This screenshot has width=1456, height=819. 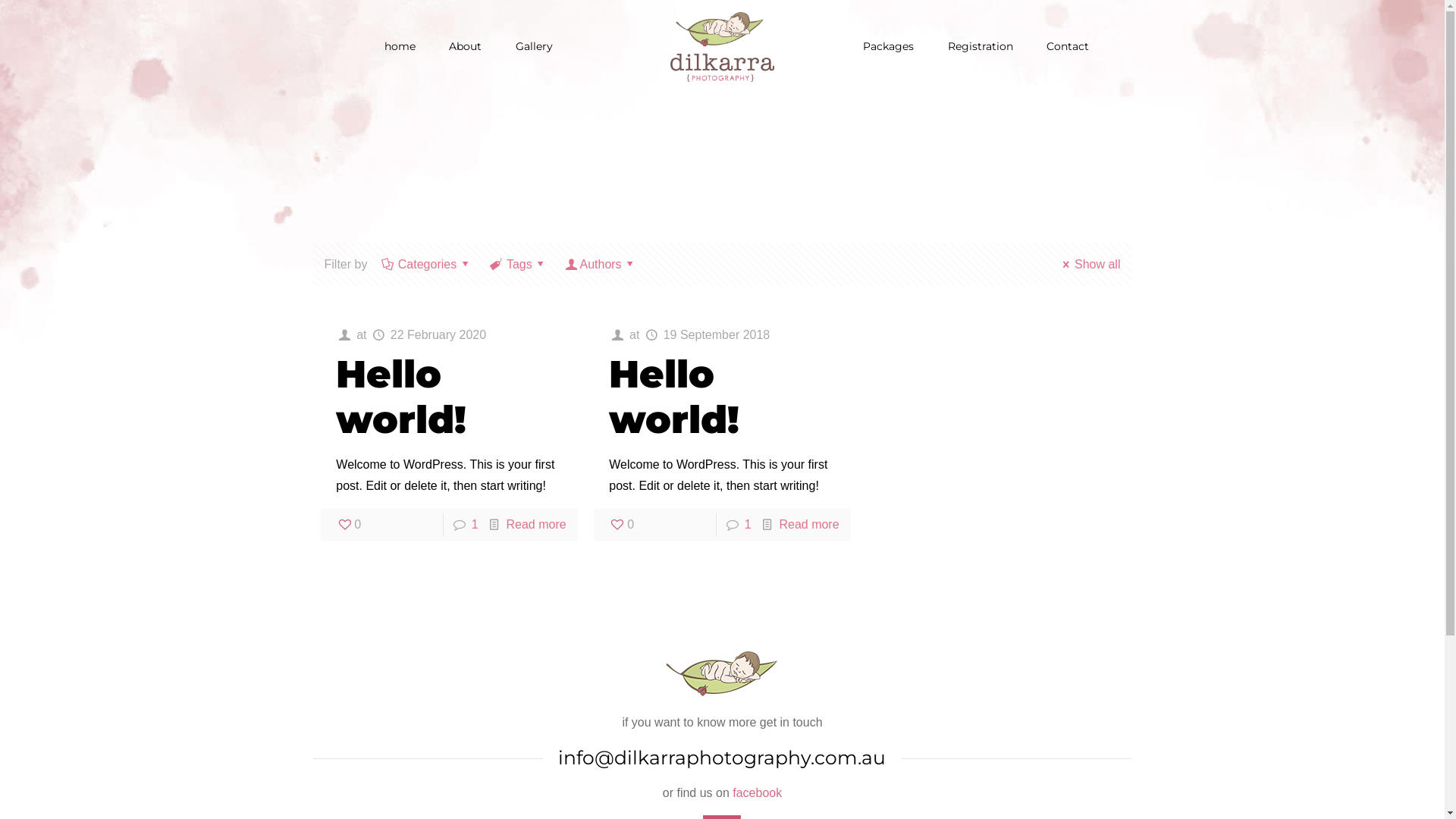 I want to click on 'Authors', so click(x=600, y=263).